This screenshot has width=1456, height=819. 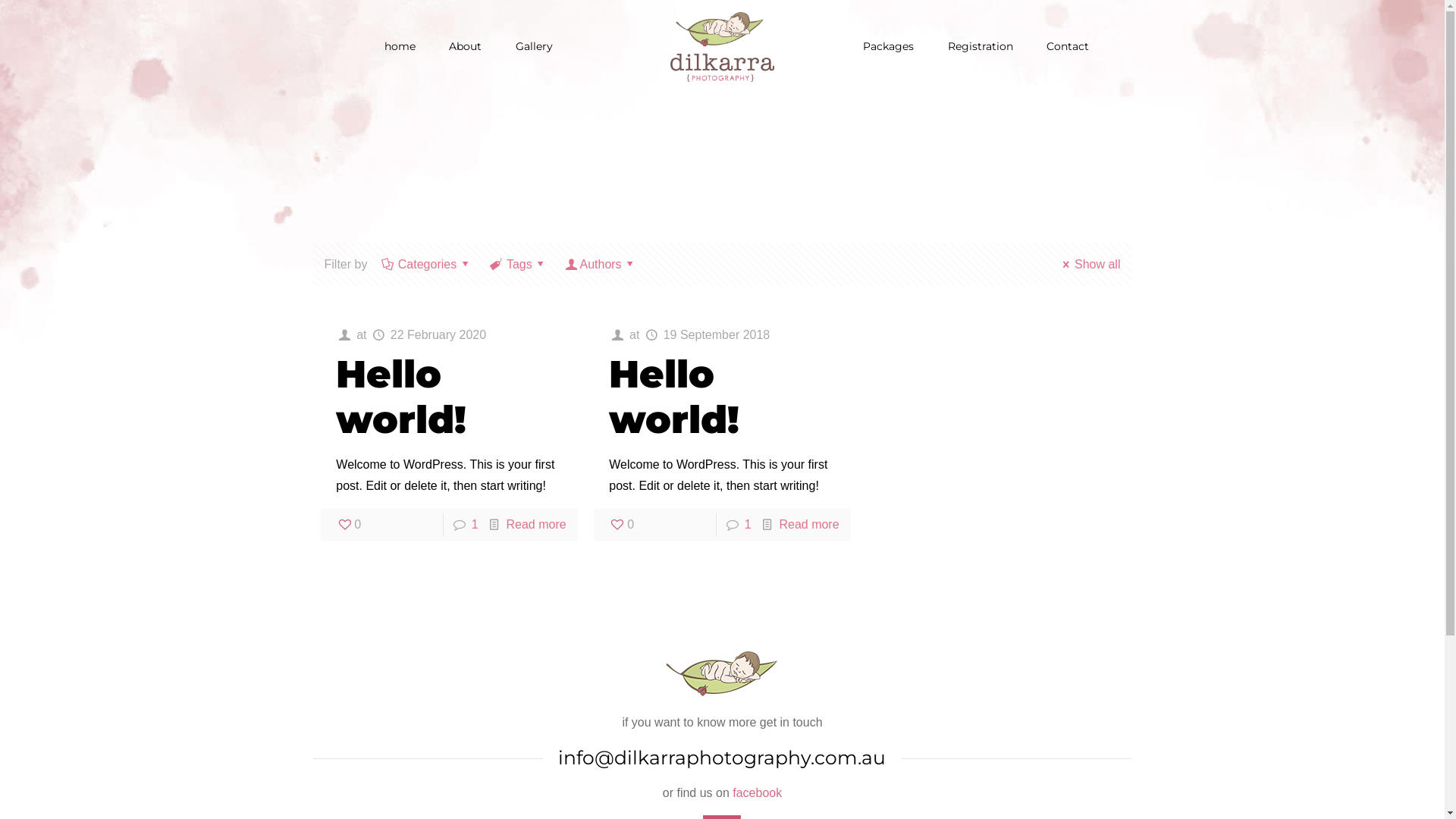 I want to click on 'Authors', so click(x=600, y=263).